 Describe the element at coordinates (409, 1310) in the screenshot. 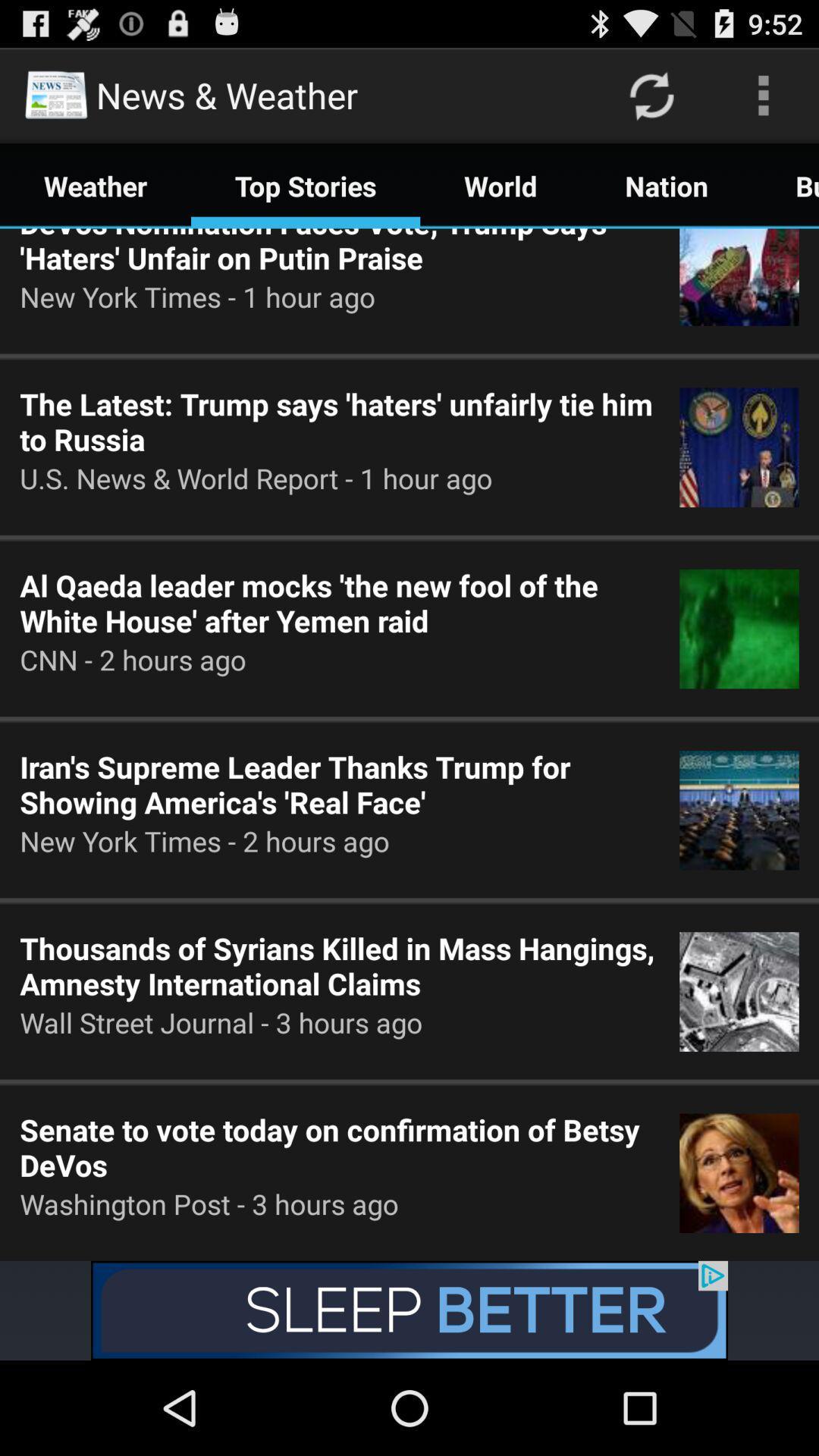

I see `clickable advertisement` at that location.